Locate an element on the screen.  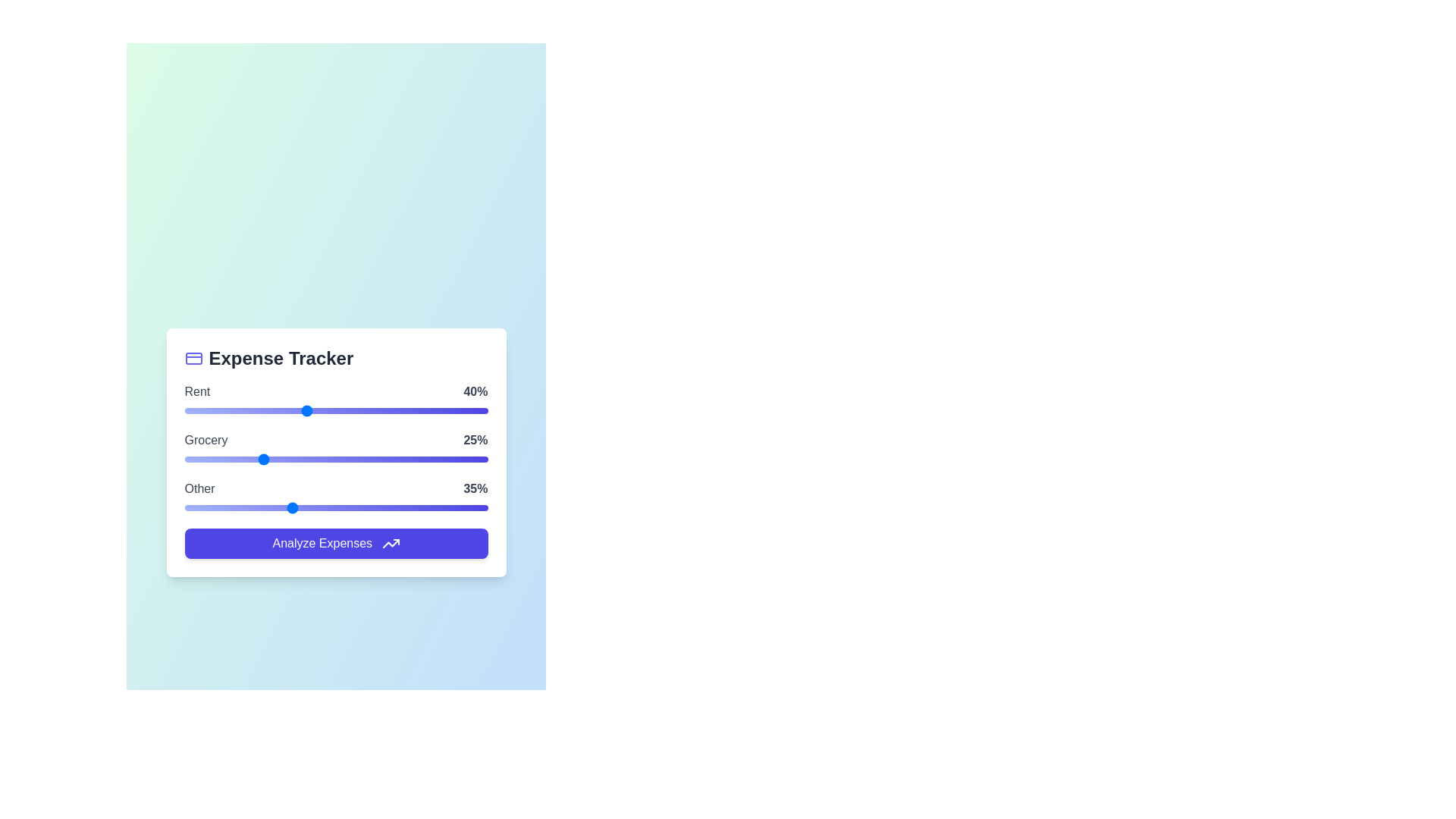
the 'Other' slider to 64% is located at coordinates (378, 507).